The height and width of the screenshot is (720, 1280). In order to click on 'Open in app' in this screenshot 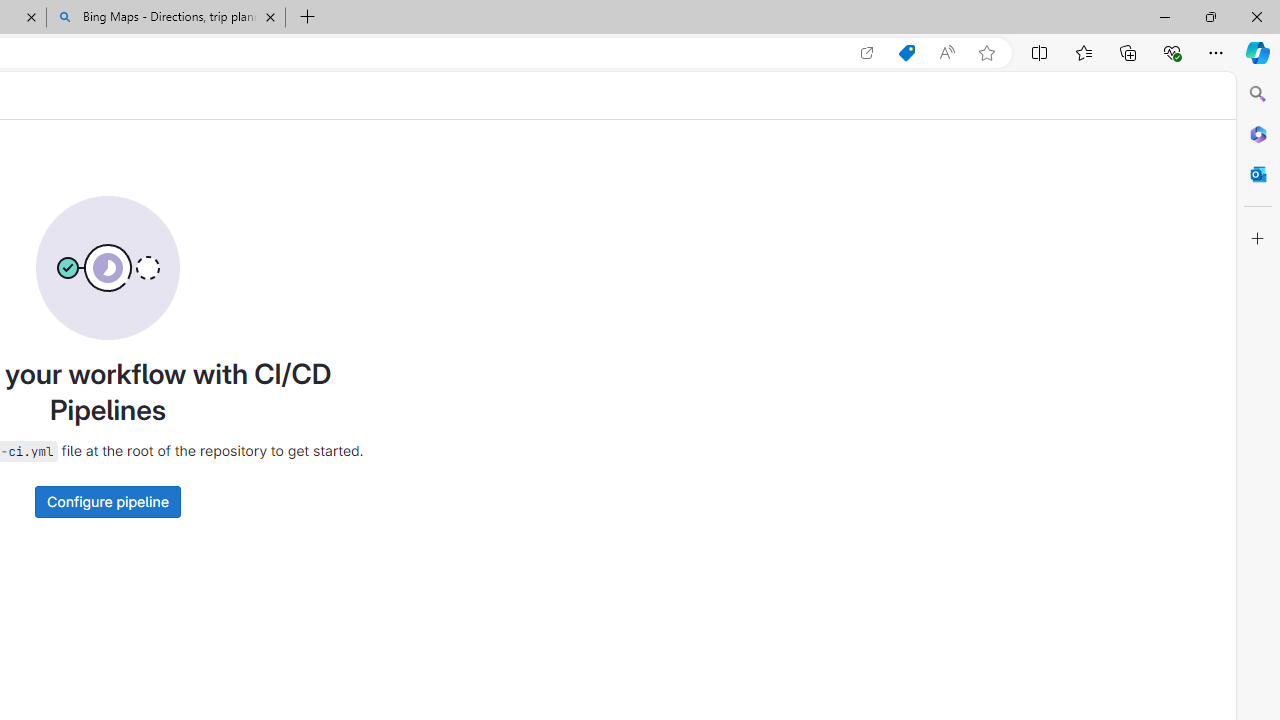, I will do `click(867, 52)`.